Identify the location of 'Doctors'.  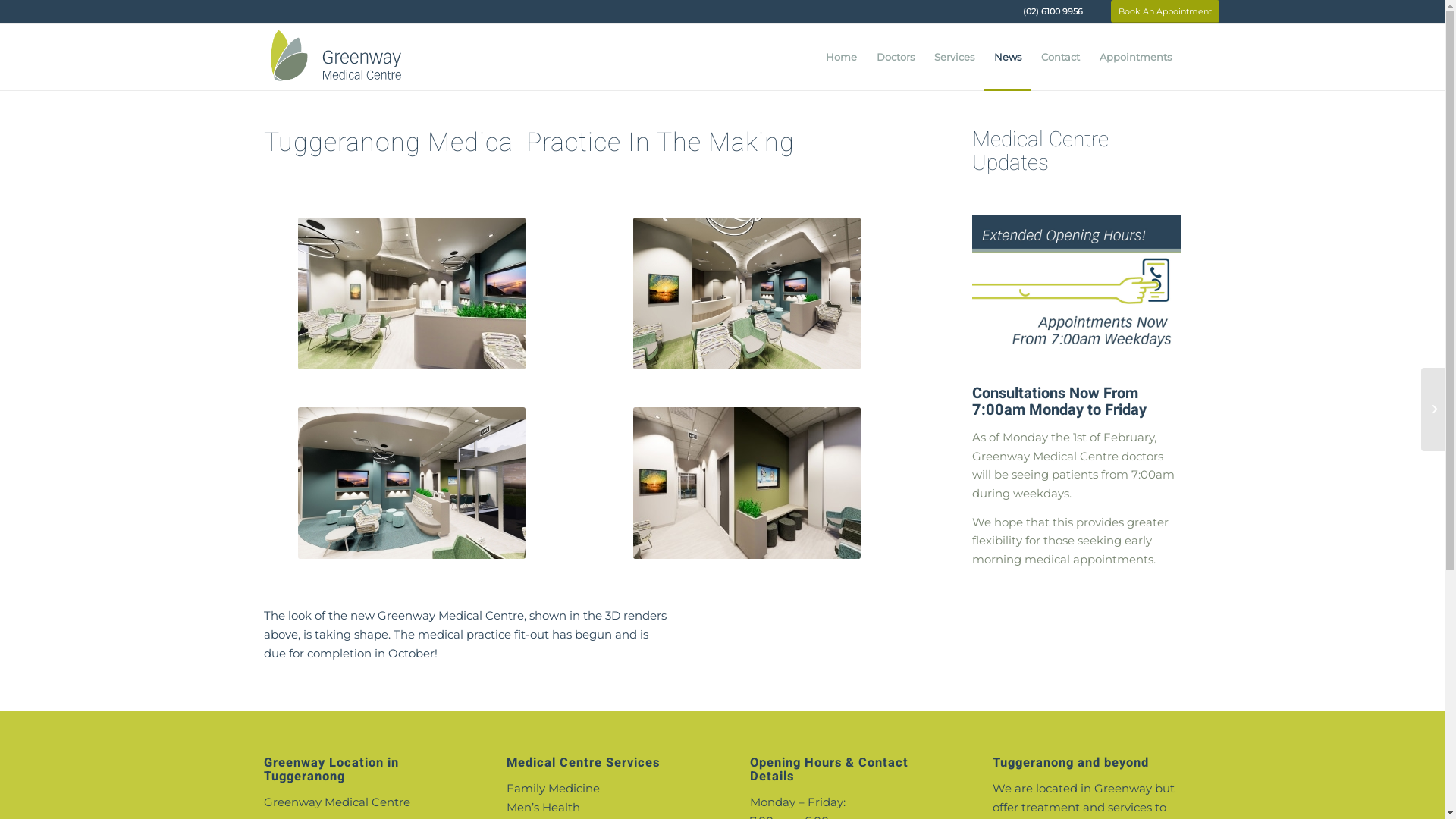
(895, 55).